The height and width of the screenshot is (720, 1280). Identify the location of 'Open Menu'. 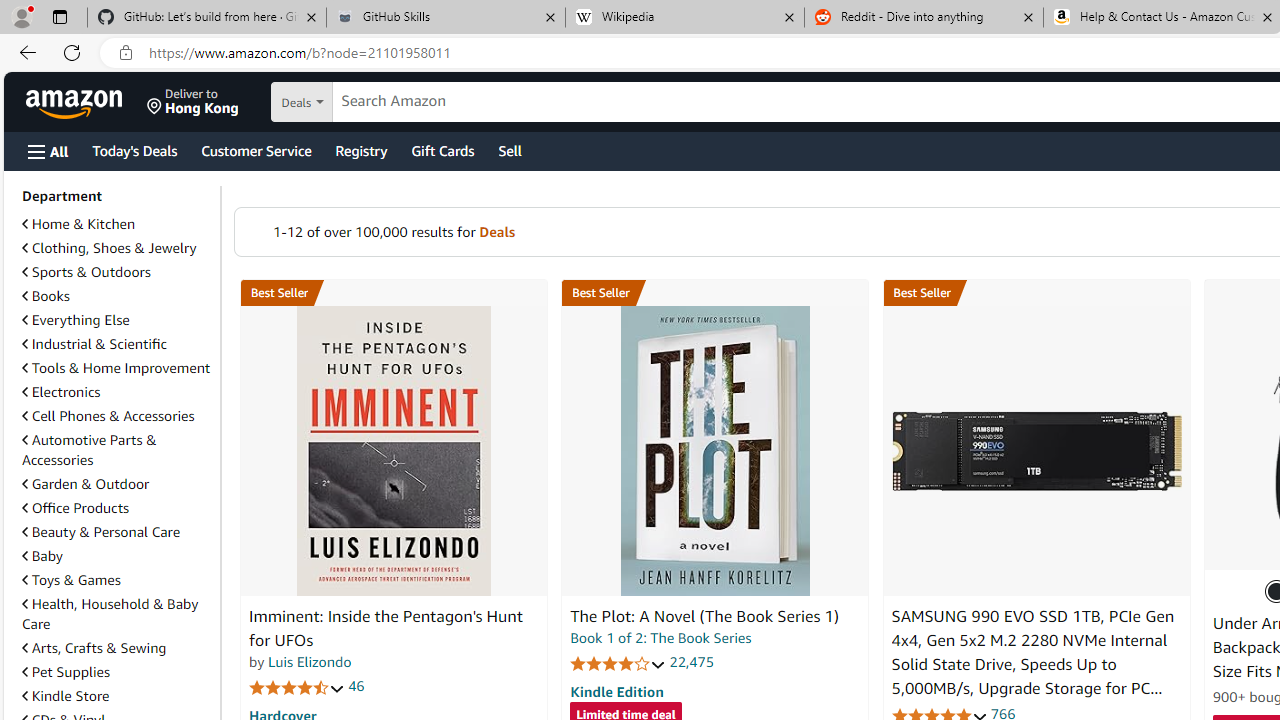
(48, 150).